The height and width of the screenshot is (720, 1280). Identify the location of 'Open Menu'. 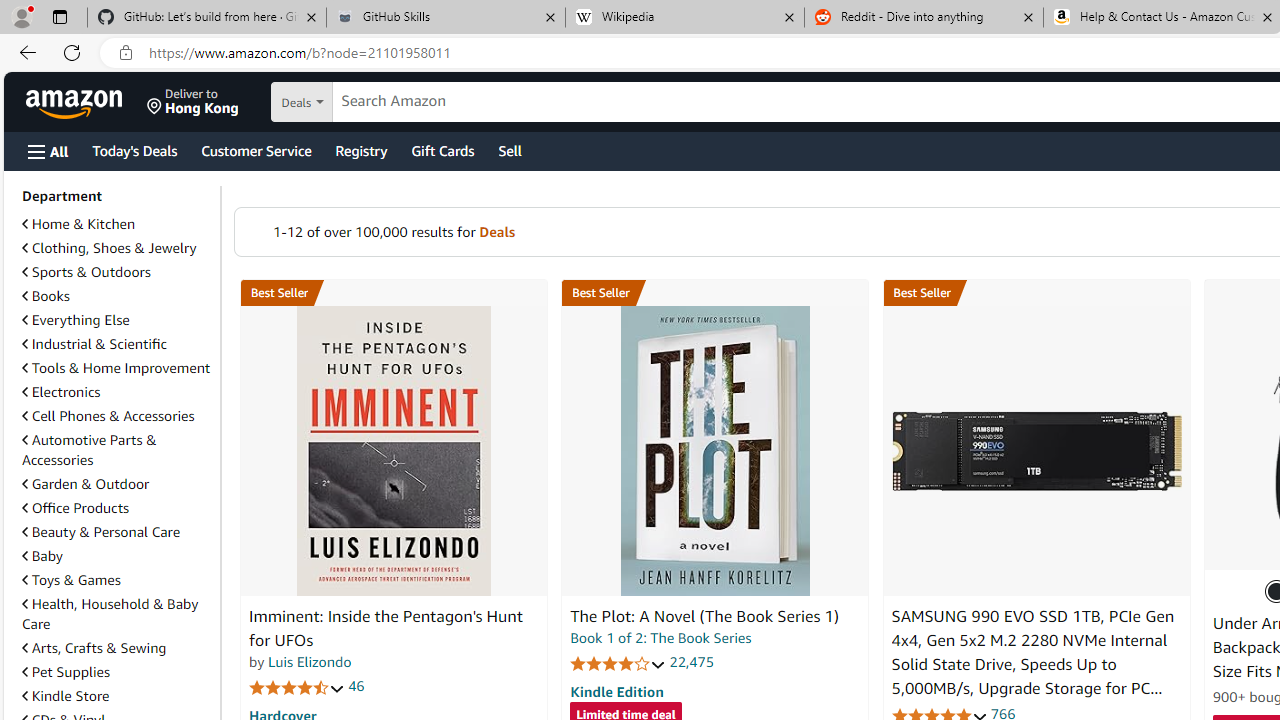
(48, 150).